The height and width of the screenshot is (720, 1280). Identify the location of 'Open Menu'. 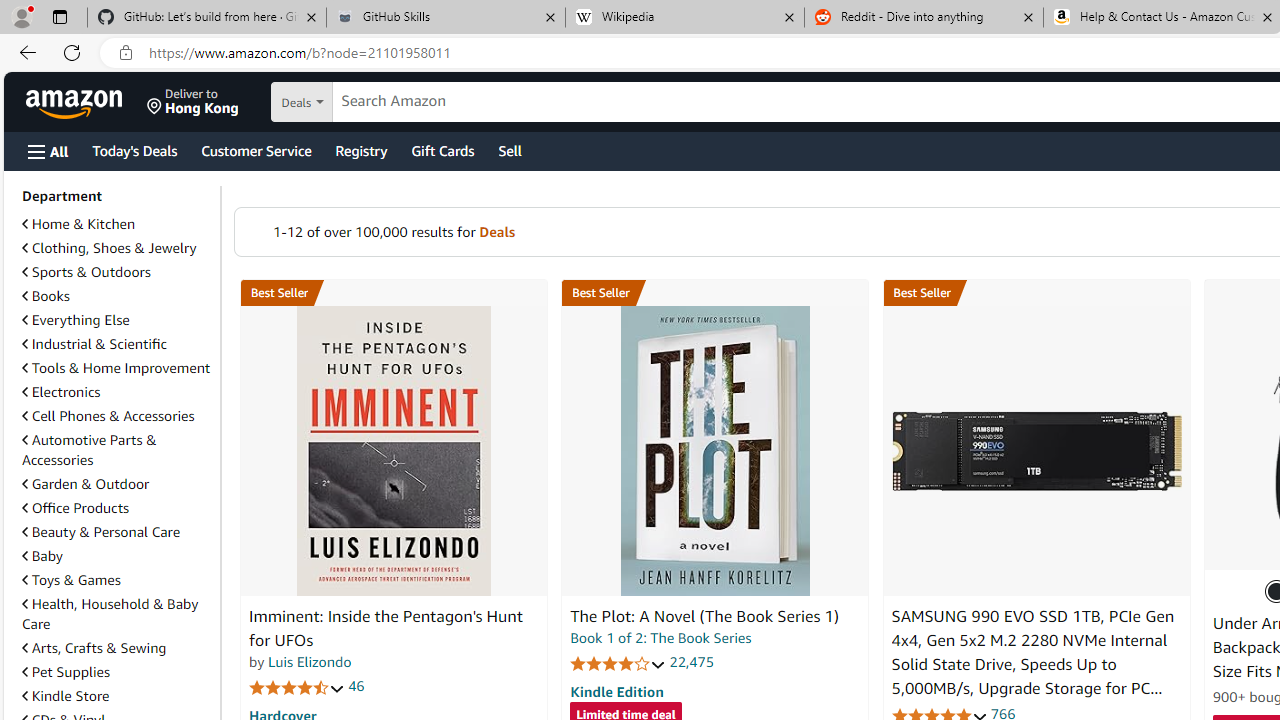
(48, 150).